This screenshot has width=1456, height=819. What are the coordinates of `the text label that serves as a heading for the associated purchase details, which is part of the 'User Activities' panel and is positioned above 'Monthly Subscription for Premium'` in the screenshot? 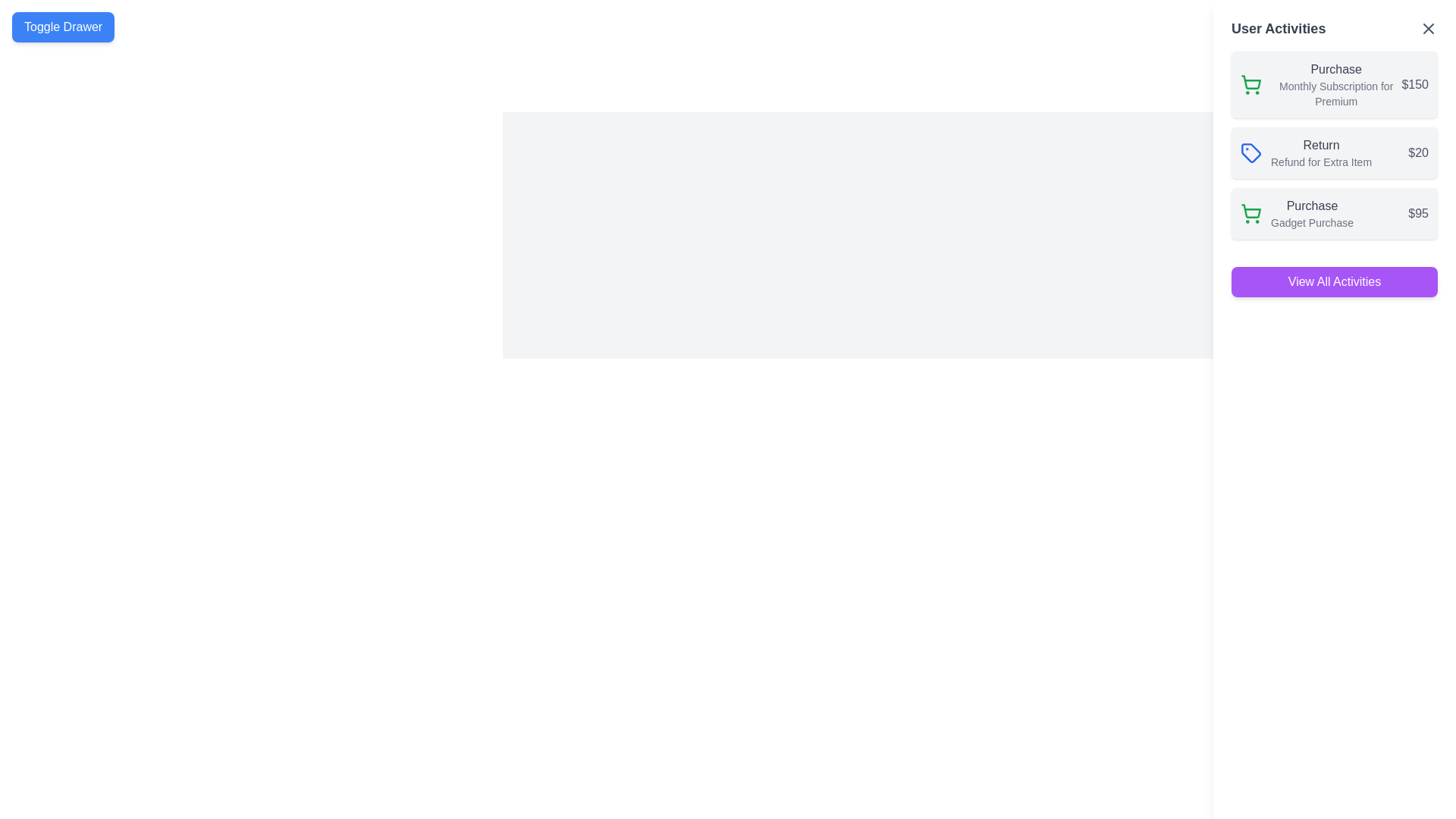 It's located at (1336, 70).